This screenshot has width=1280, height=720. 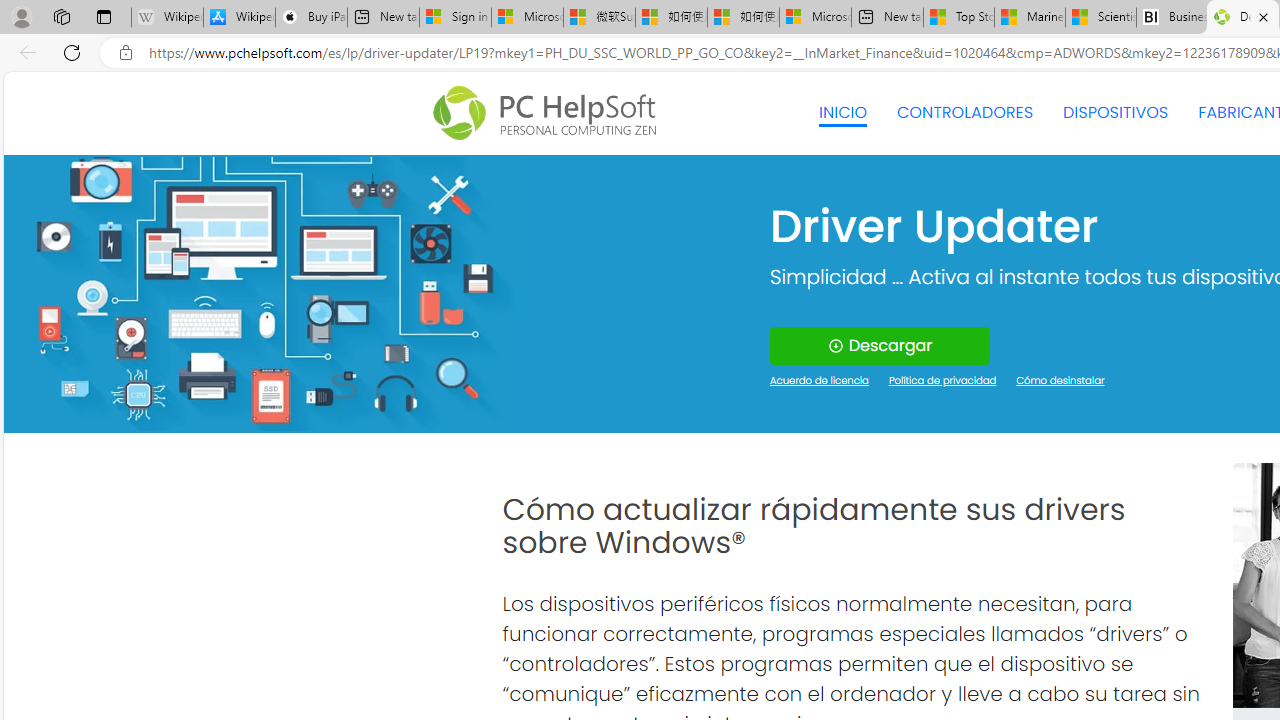 What do you see at coordinates (965, 113) in the screenshot?
I see `'CONTROLADORES'` at bounding box center [965, 113].